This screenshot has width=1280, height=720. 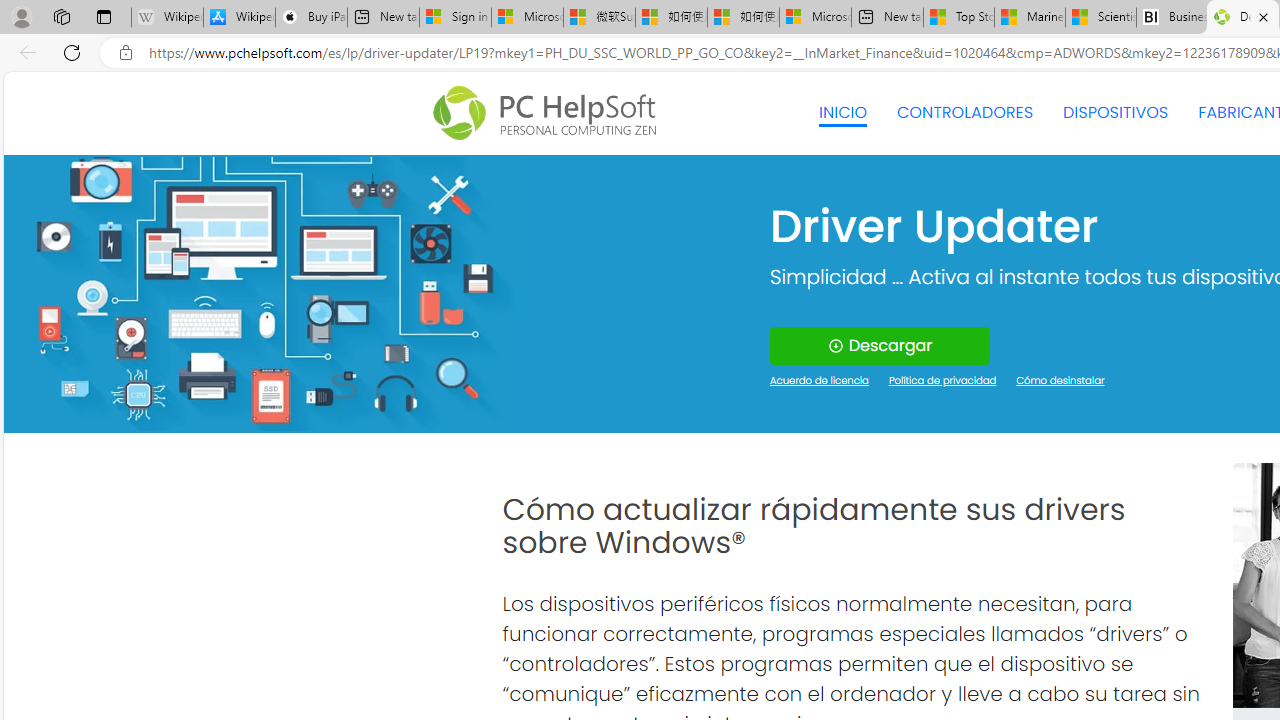 What do you see at coordinates (965, 113) in the screenshot?
I see `'CONTROLADORES'` at bounding box center [965, 113].